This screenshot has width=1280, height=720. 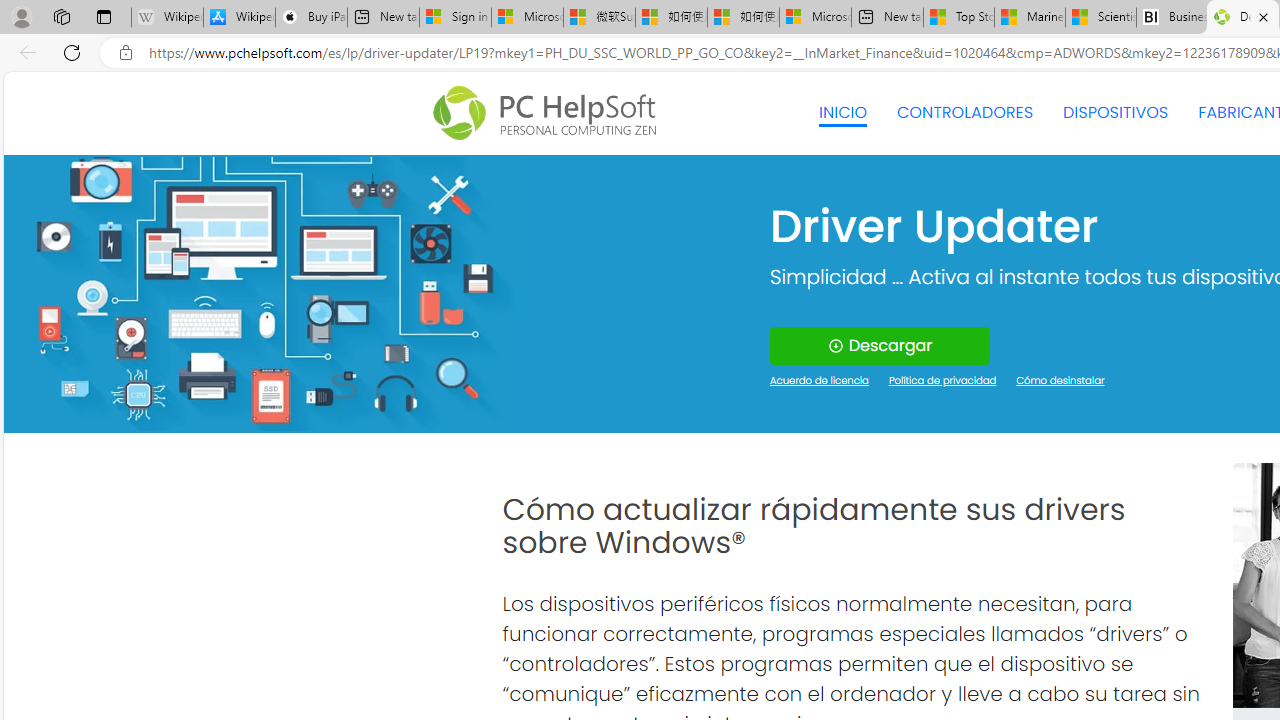 What do you see at coordinates (965, 113) in the screenshot?
I see `'CONTROLADORES'` at bounding box center [965, 113].